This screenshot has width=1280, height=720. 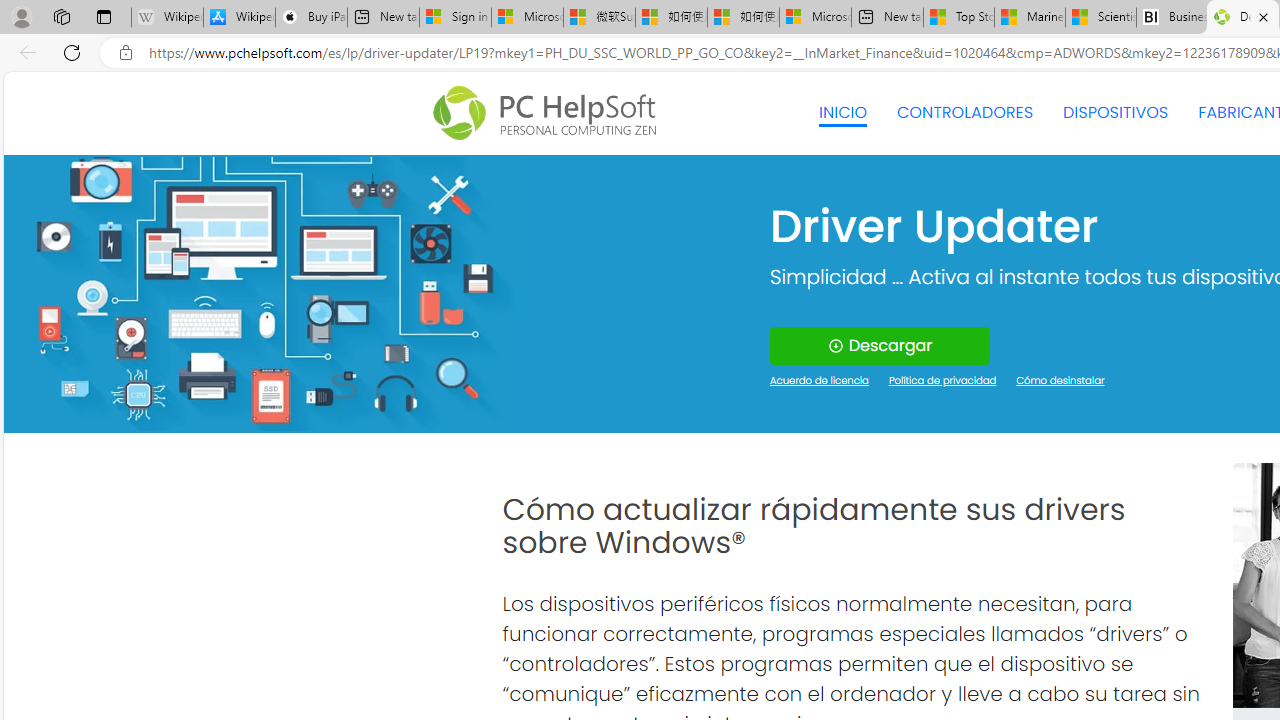 What do you see at coordinates (965, 113) in the screenshot?
I see `'CONTROLADORES'` at bounding box center [965, 113].